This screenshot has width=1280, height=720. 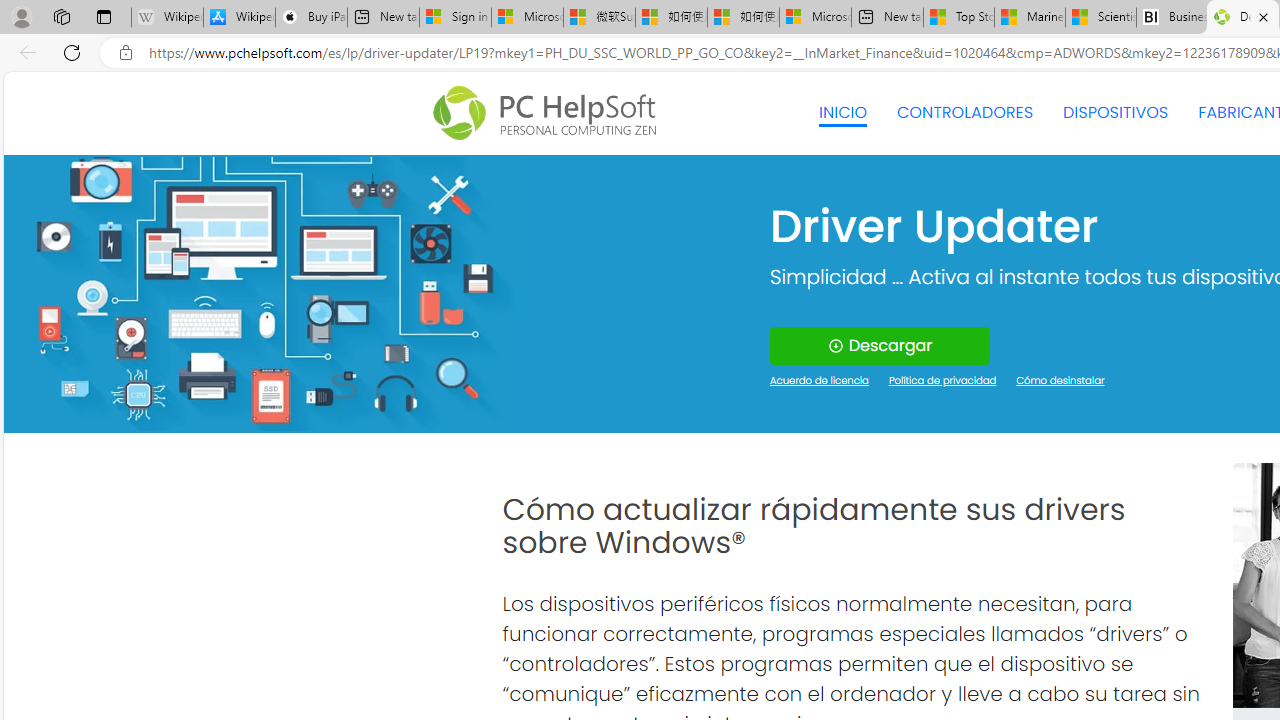 What do you see at coordinates (965, 113) in the screenshot?
I see `'CONTROLADORES'` at bounding box center [965, 113].